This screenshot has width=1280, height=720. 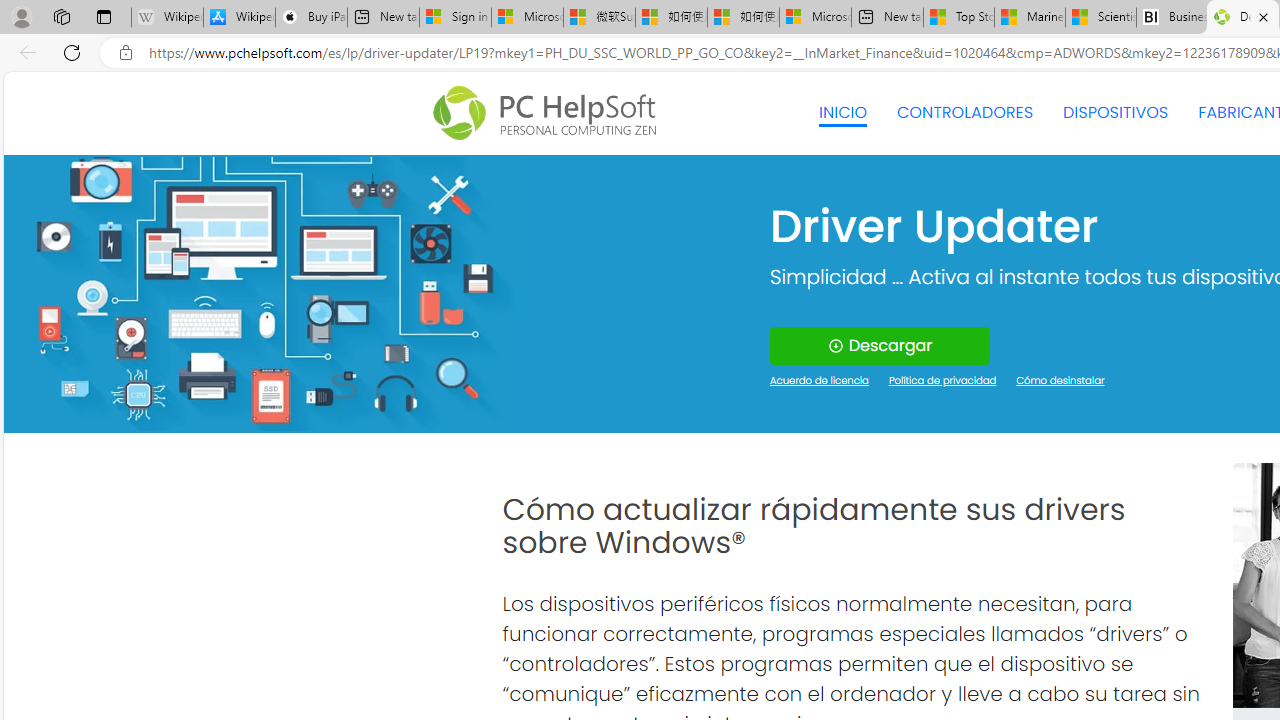 What do you see at coordinates (965, 113) in the screenshot?
I see `'CONTROLADORES'` at bounding box center [965, 113].